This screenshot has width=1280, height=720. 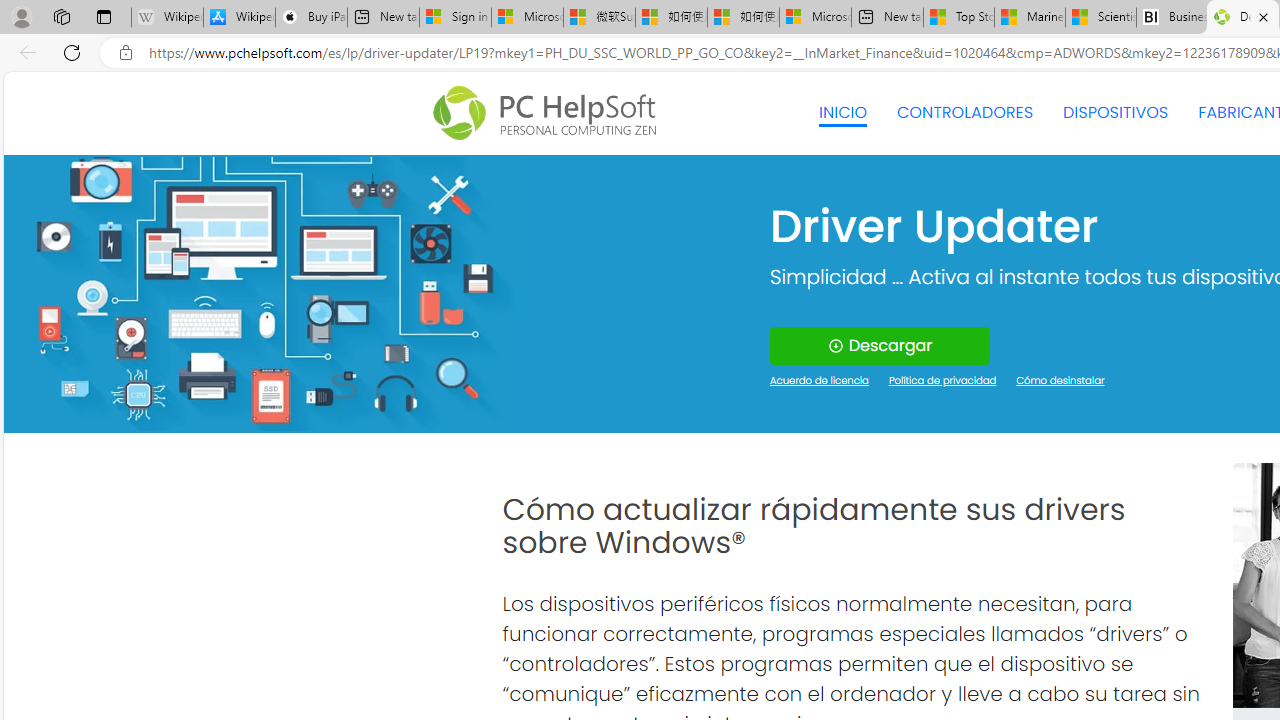 What do you see at coordinates (965, 113) in the screenshot?
I see `'CONTROLADORES'` at bounding box center [965, 113].